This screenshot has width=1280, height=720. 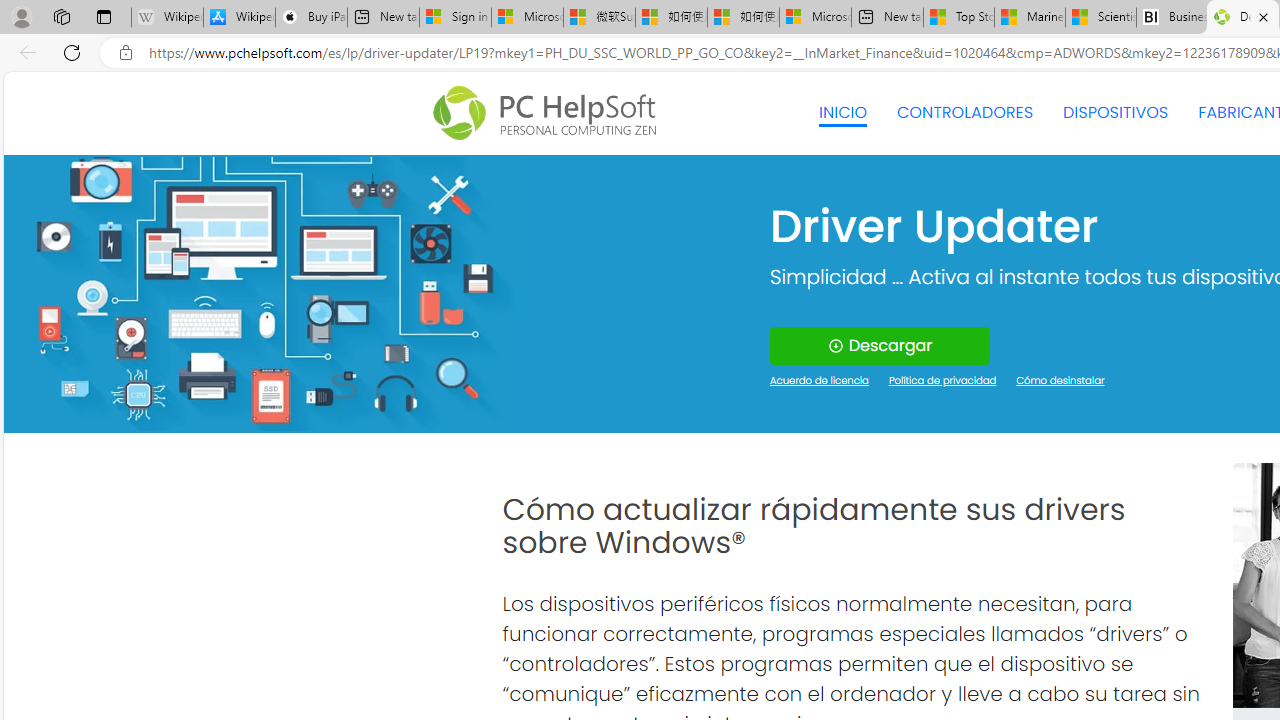 What do you see at coordinates (965, 113) in the screenshot?
I see `'CONTROLADORES'` at bounding box center [965, 113].